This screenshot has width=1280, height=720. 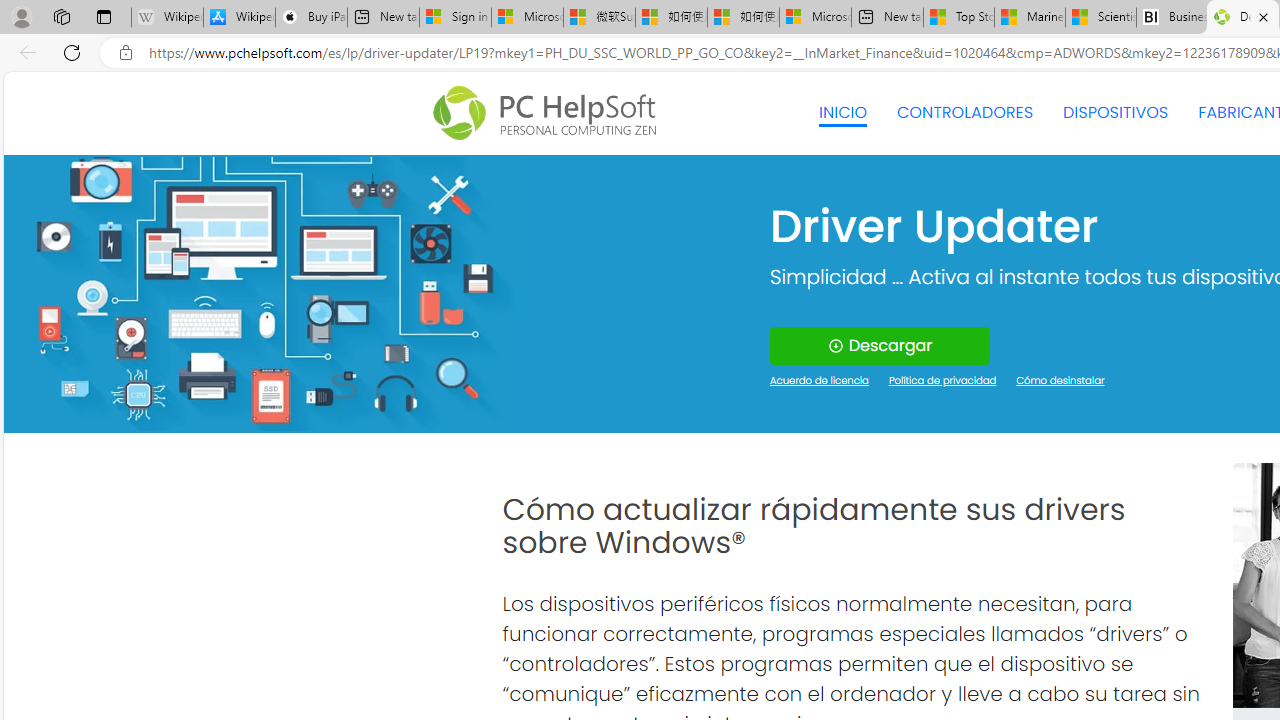 What do you see at coordinates (965, 113) in the screenshot?
I see `'CONTROLADORES'` at bounding box center [965, 113].